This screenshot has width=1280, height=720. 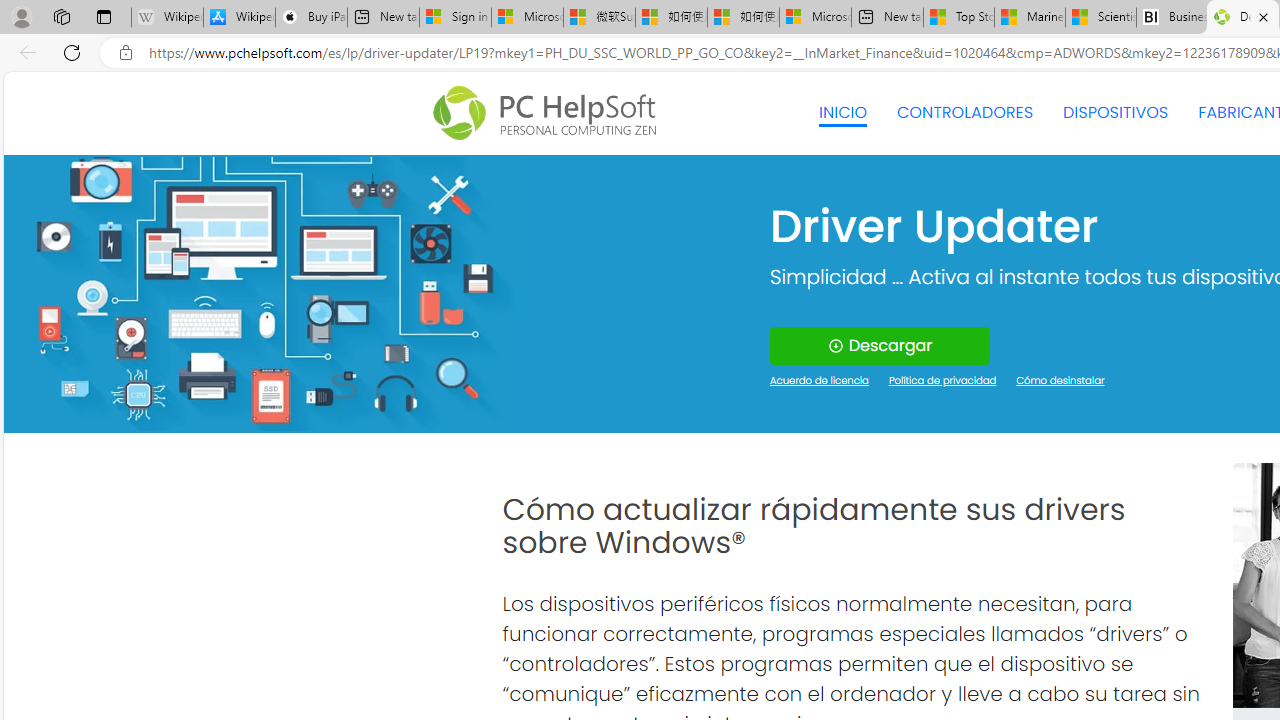 What do you see at coordinates (965, 113) in the screenshot?
I see `'CONTROLADORES'` at bounding box center [965, 113].